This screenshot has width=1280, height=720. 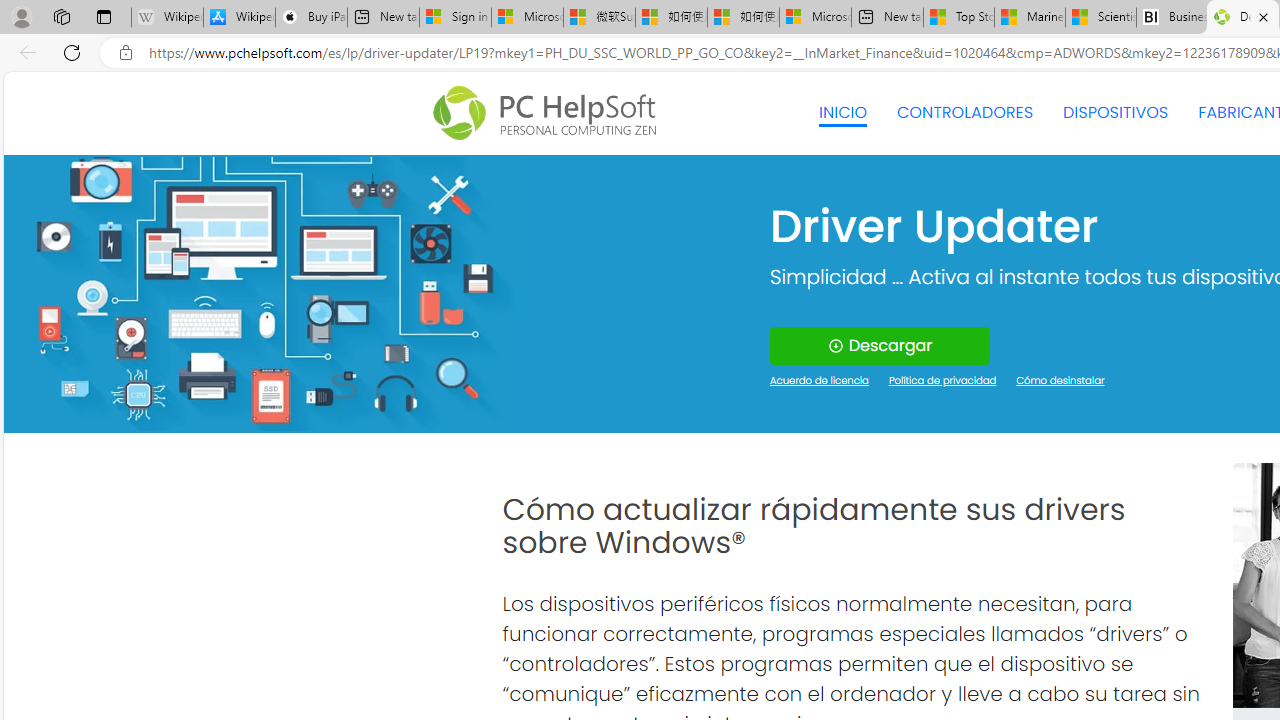 What do you see at coordinates (965, 113) in the screenshot?
I see `'CONTROLADORES'` at bounding box center [965, 113].